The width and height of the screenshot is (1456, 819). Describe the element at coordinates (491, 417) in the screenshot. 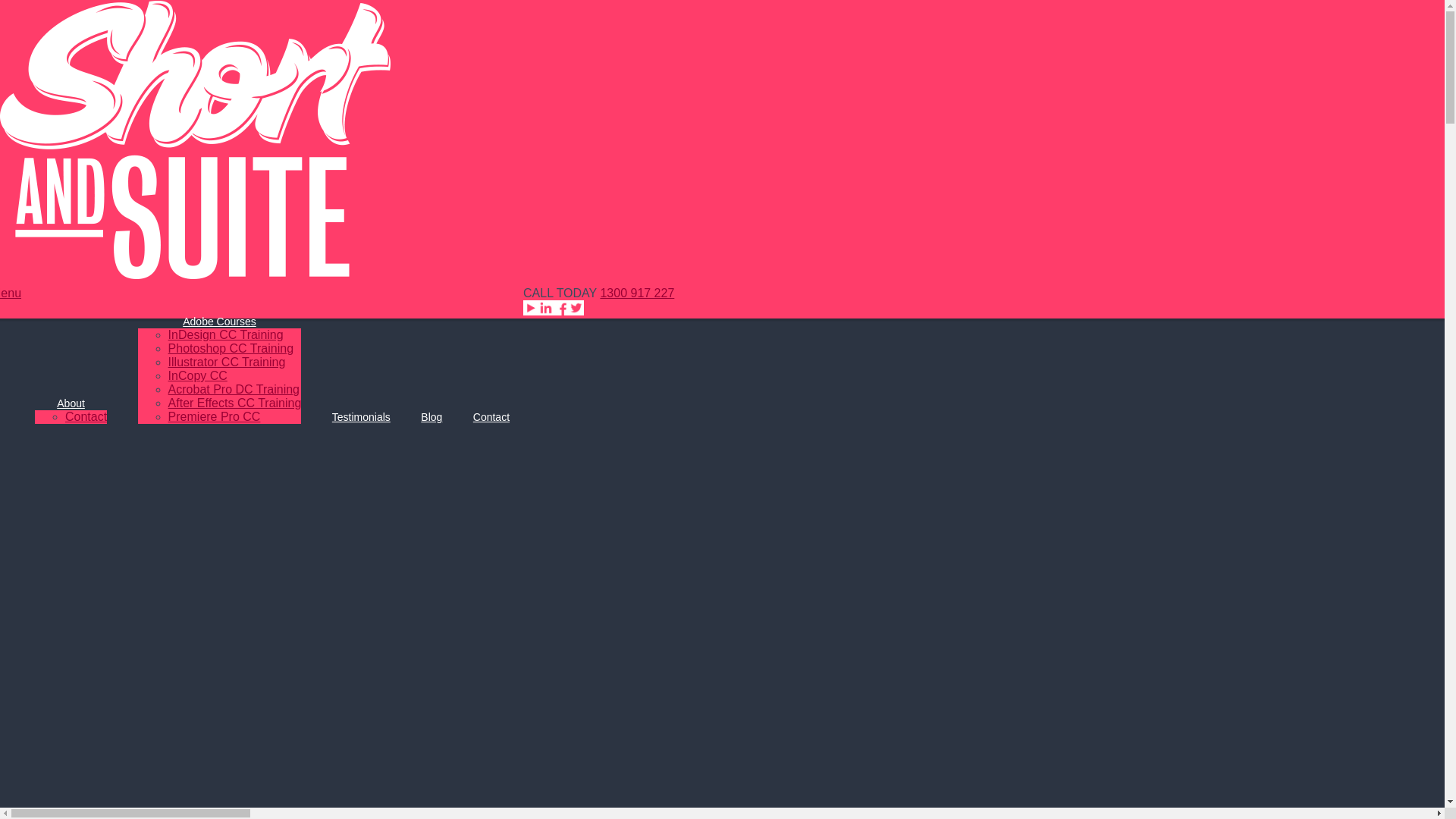

I see `'Contact'` at that location.